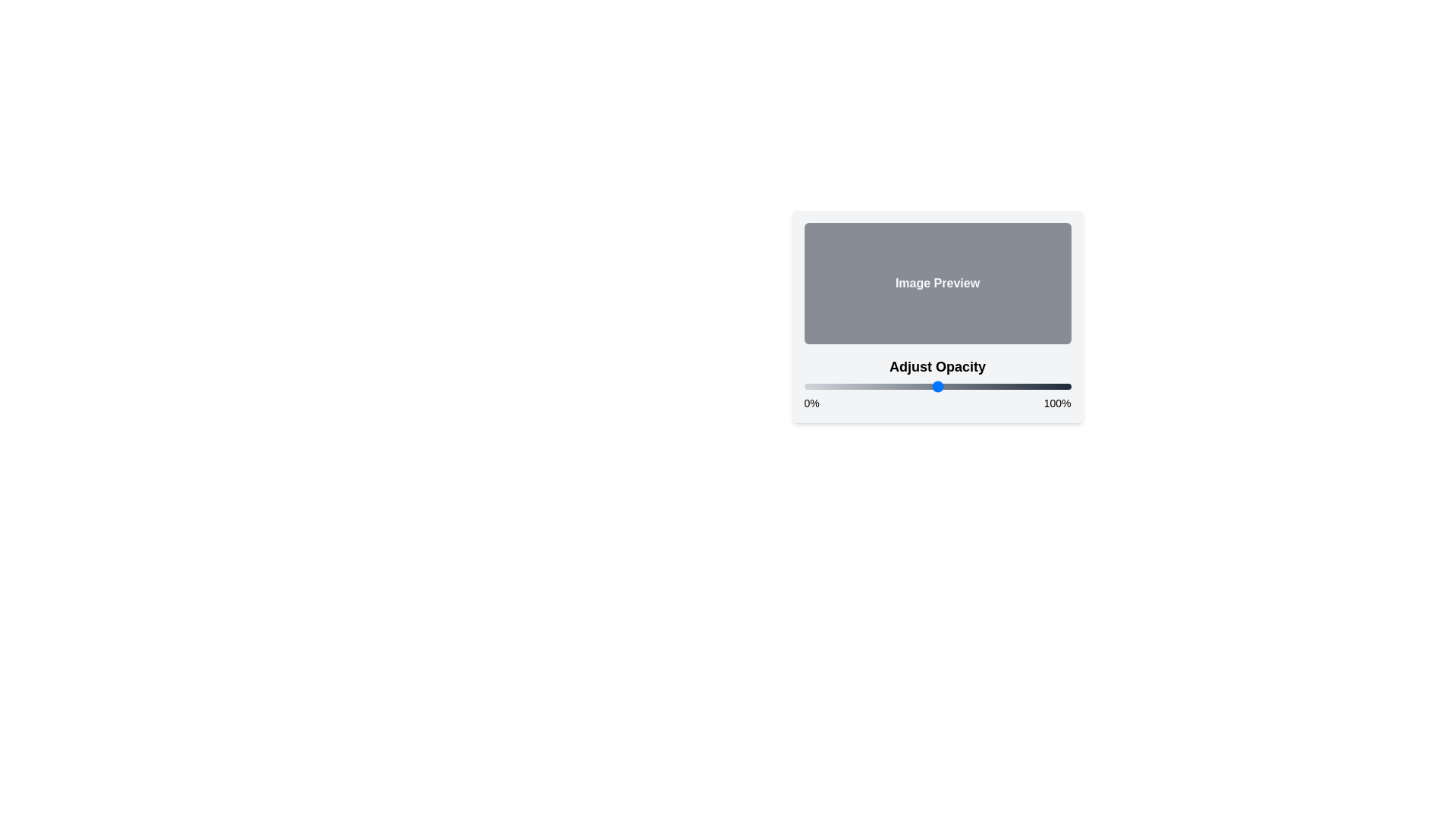 The image size is (1456, 819). I want to click on the text-based label component that indicates the minimum (0%) and maximum (100%) values for the opacity adjustment slider located below the 'Adjust Opacity' slider, so click(937, 403).